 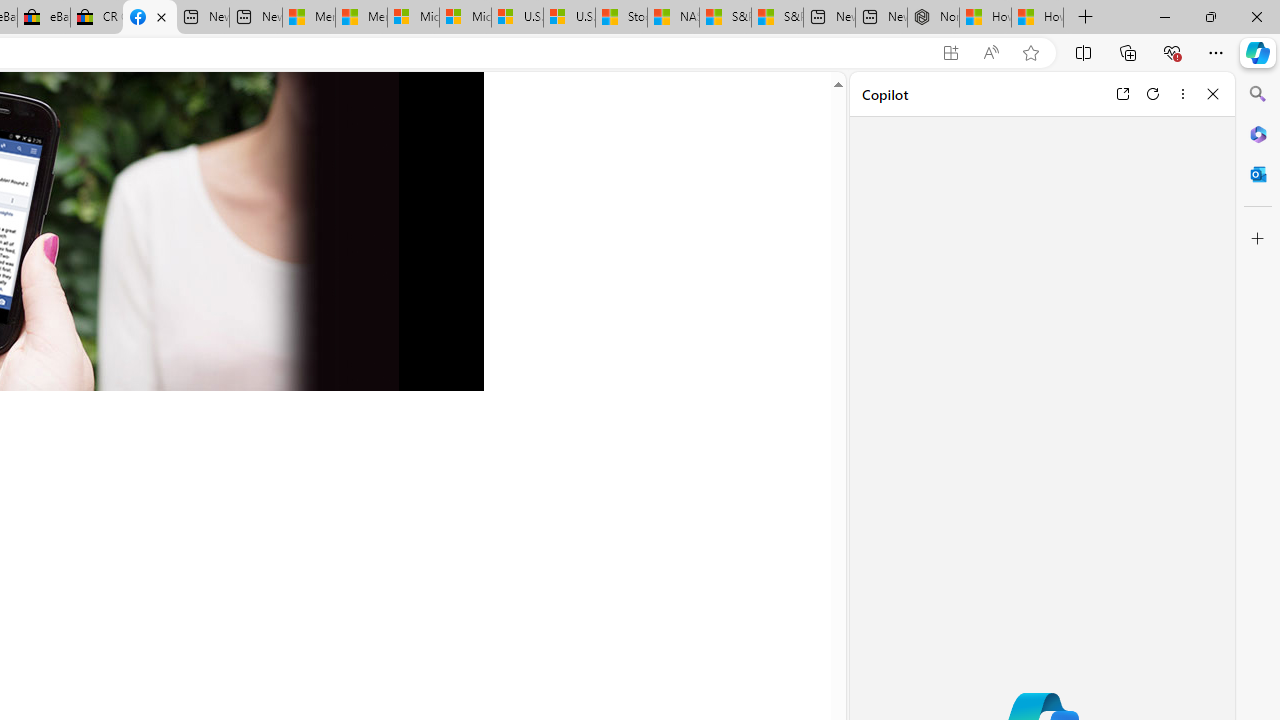 What do you see at coordinates (1085, 17) in the screenshot?
I see `'New Tab'` at bounding box center [1085, 17].